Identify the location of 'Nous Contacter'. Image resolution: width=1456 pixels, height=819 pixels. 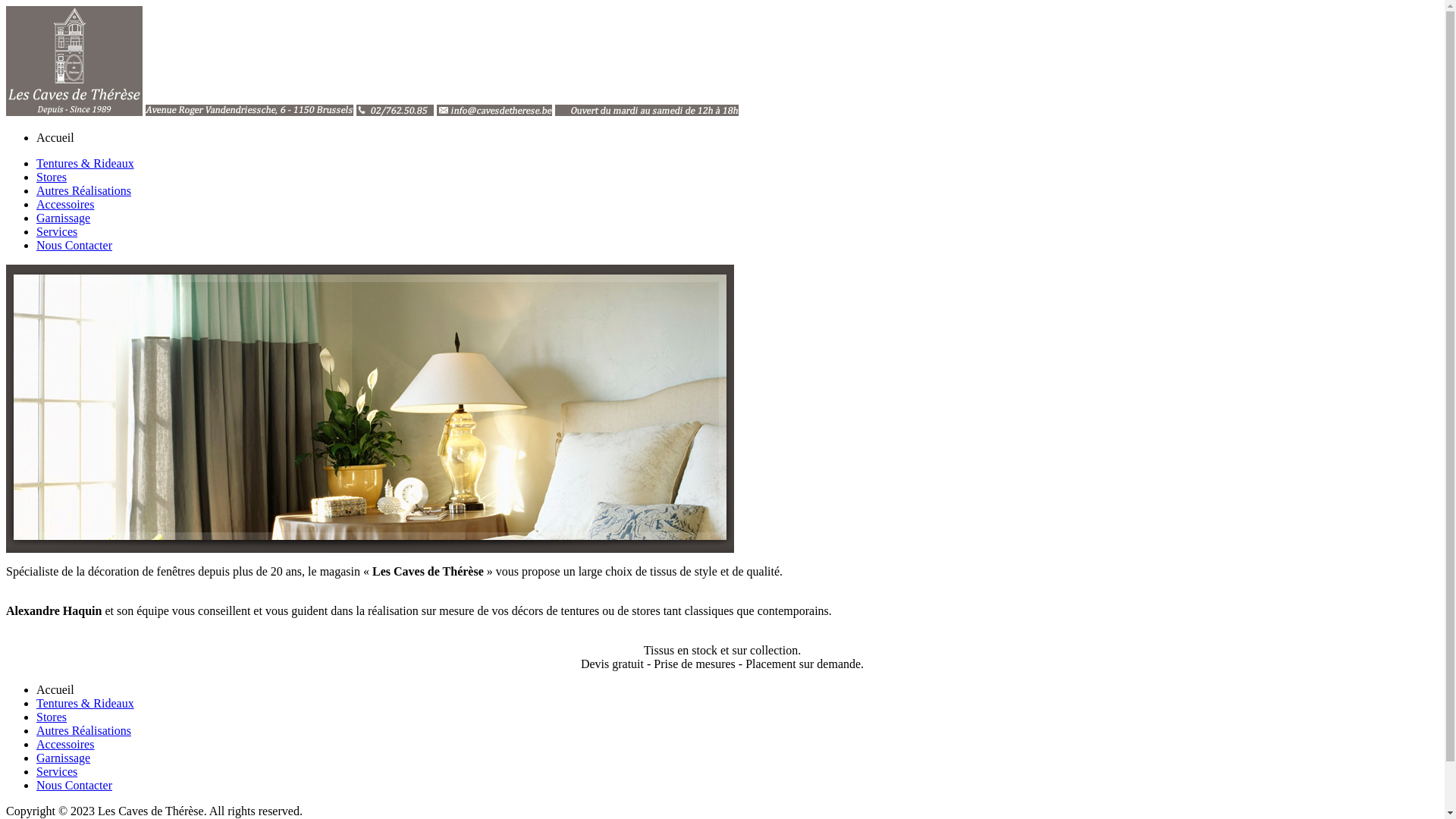
(73, 785).